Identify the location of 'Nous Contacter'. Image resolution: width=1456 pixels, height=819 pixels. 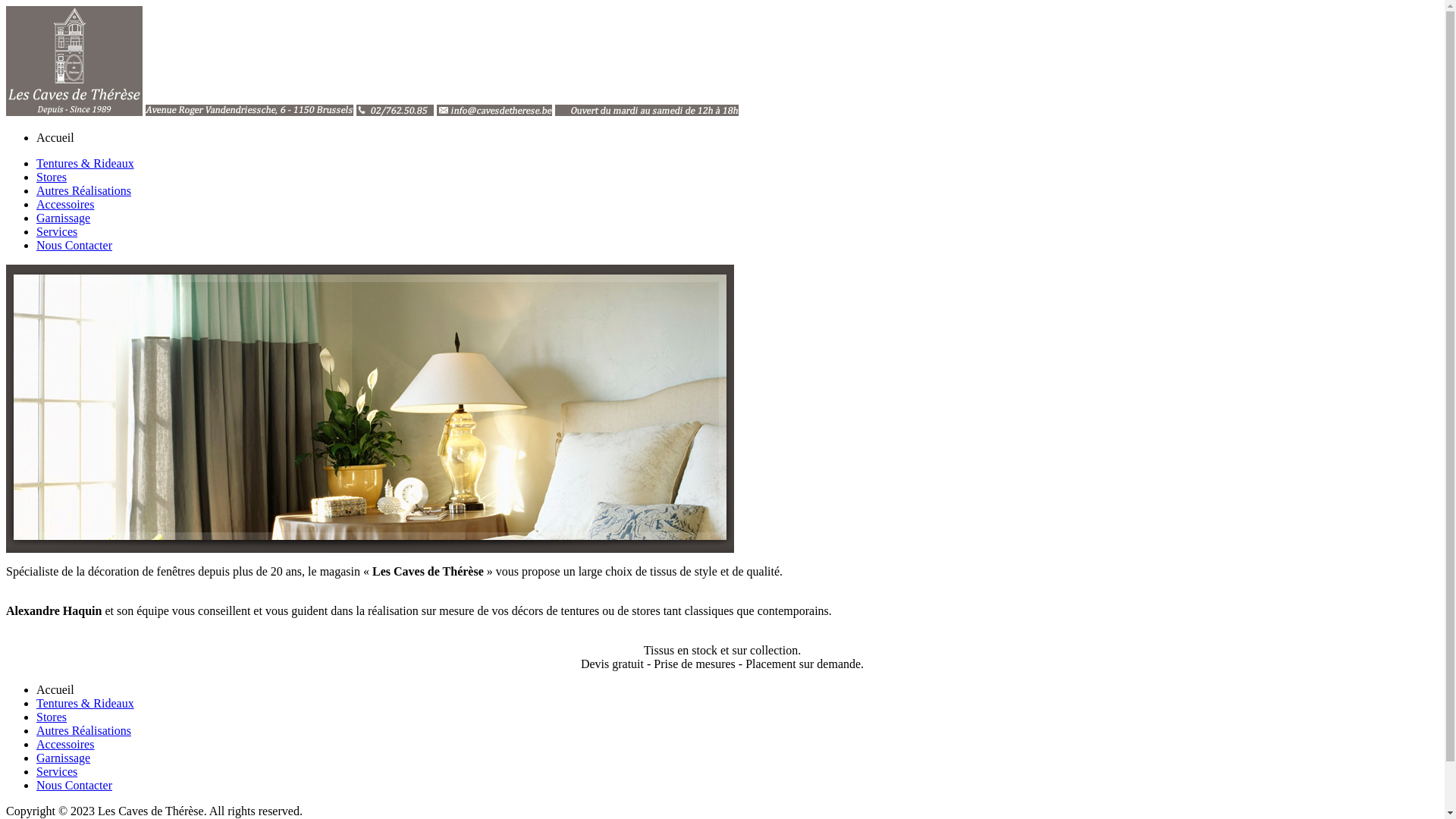
(73, 785).